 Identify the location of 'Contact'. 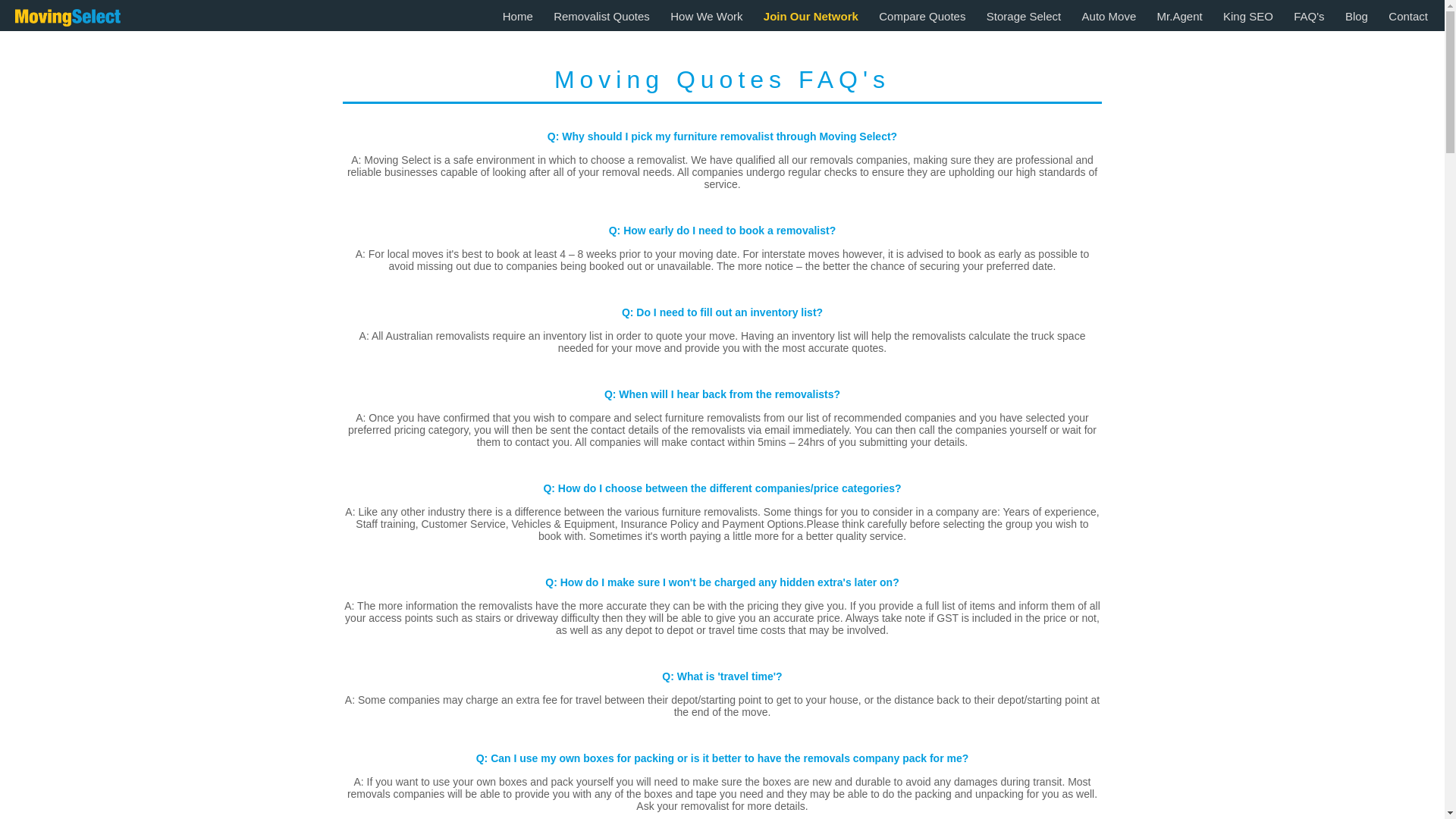
(1407, 16).